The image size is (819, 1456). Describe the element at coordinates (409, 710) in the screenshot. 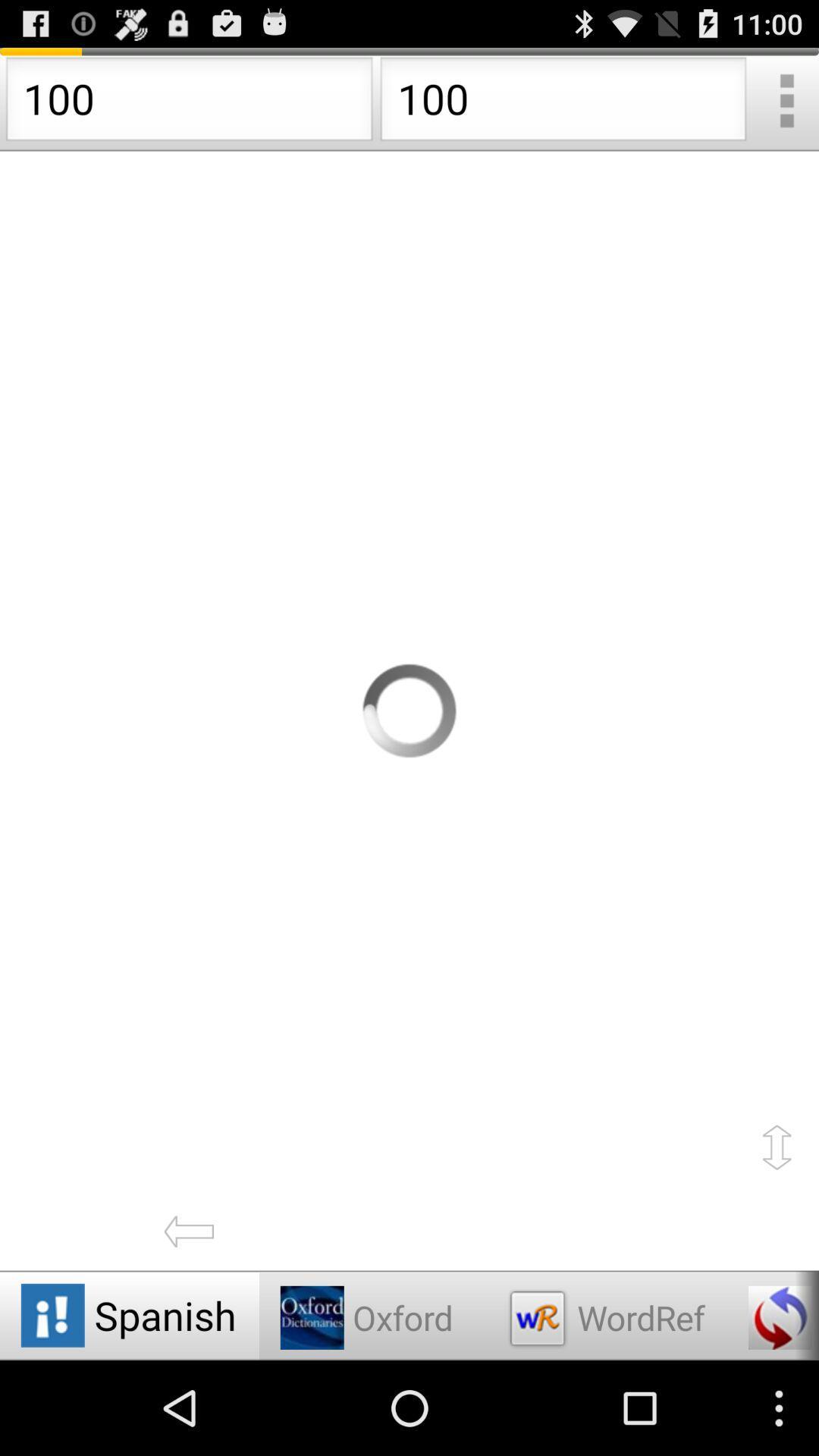

I see `loding page` at that location.